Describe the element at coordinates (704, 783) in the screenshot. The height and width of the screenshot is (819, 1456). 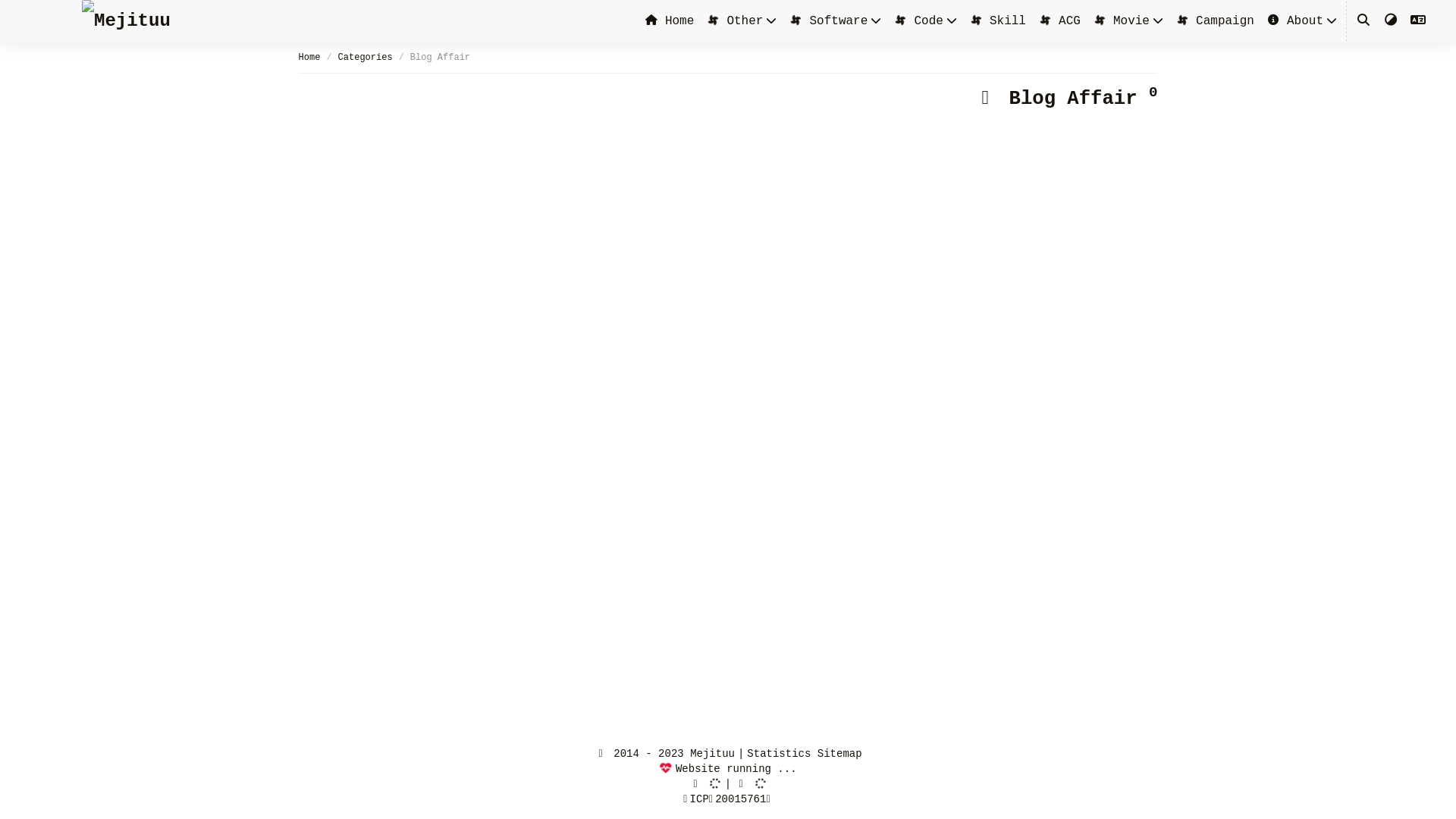
I see `'Total visitors'` at that location.